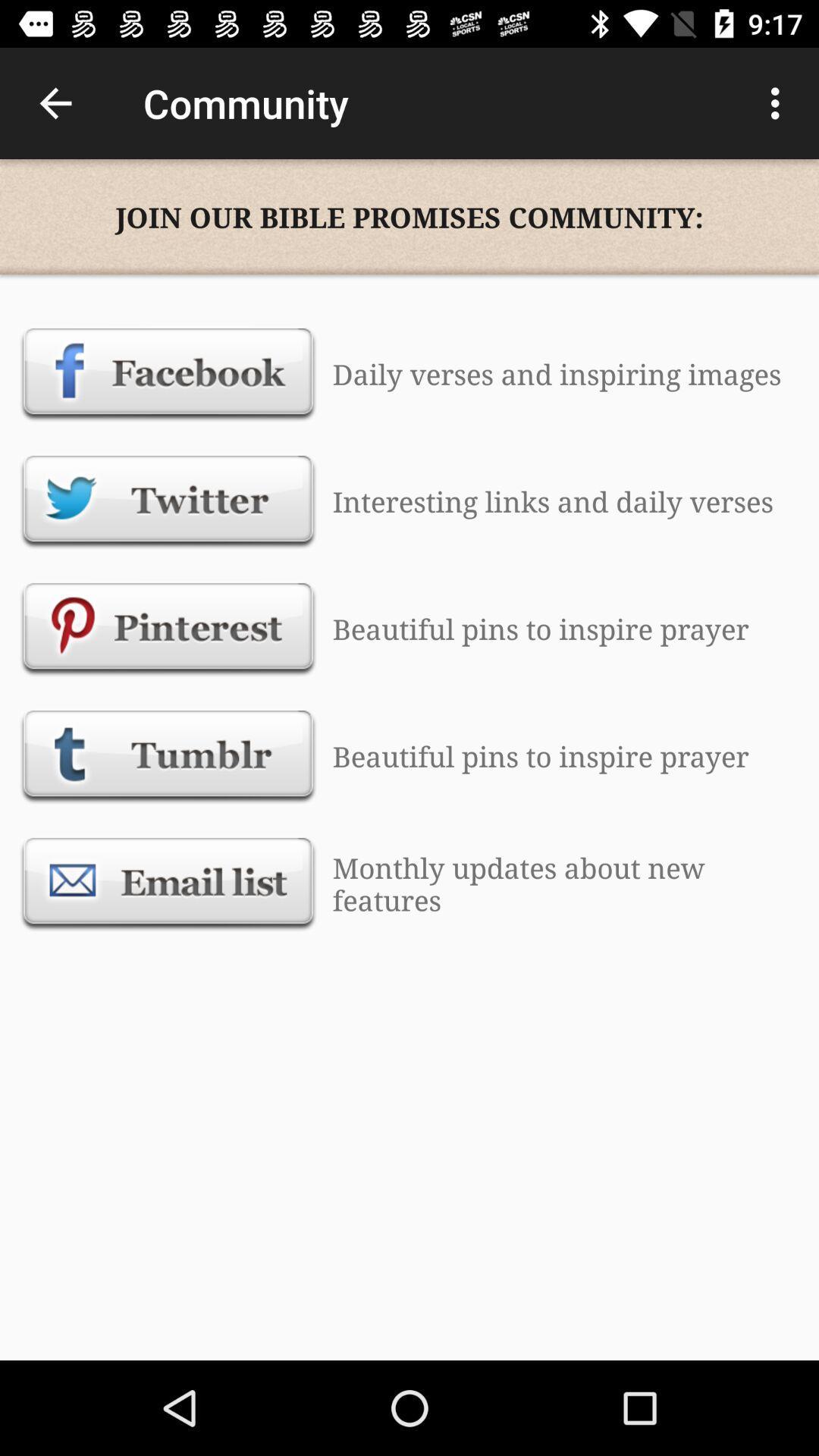 The height and width of the screenshot is (1456, 819). Describe the element at coordinates (168, 374) in the screenshot. I see `facebook` at that location.